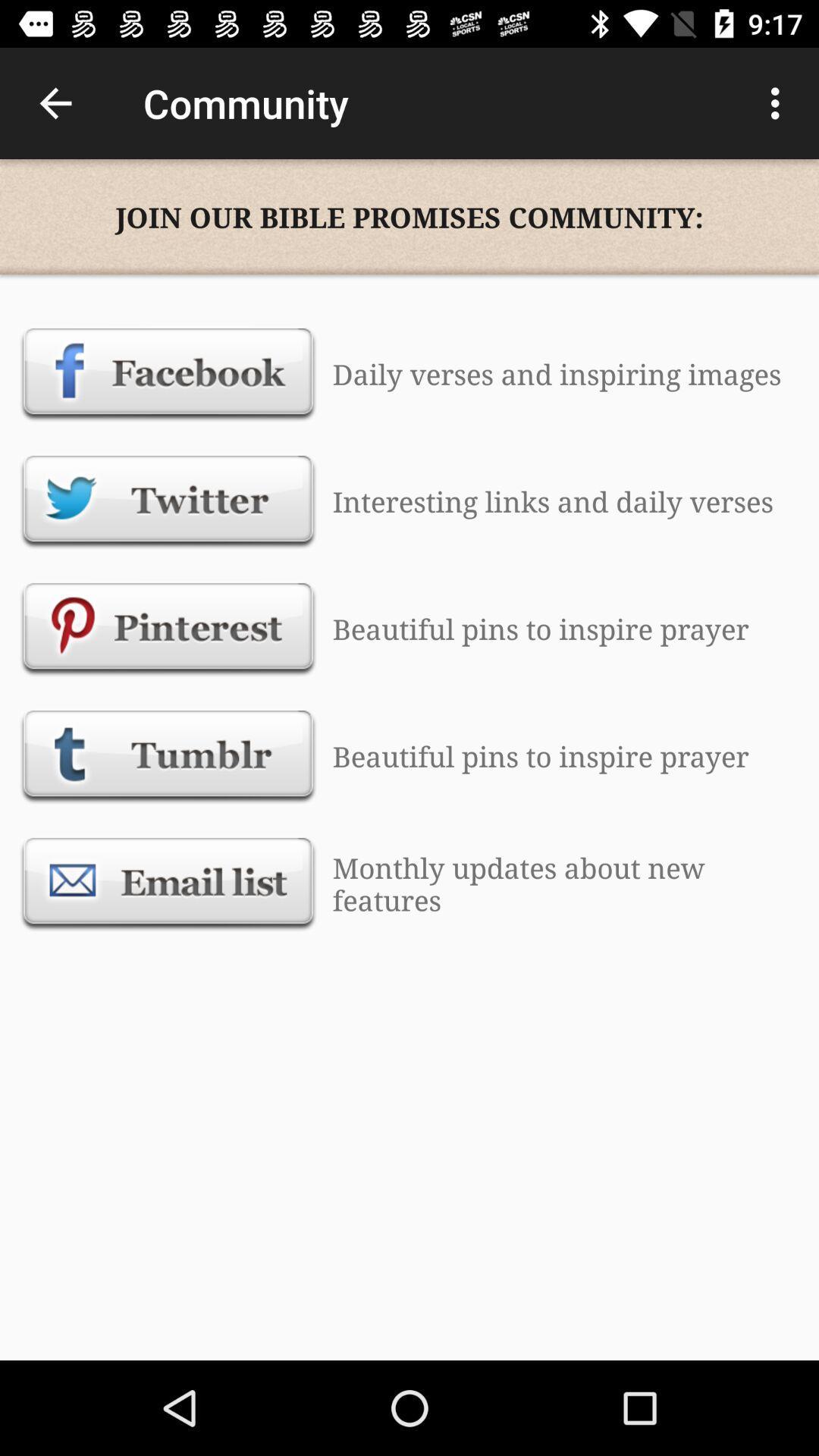 The height and width of the screenshot is (1456, 819). Describe the element at coordinates (168, 374) in the screenshot. I see `facebook` at that location.